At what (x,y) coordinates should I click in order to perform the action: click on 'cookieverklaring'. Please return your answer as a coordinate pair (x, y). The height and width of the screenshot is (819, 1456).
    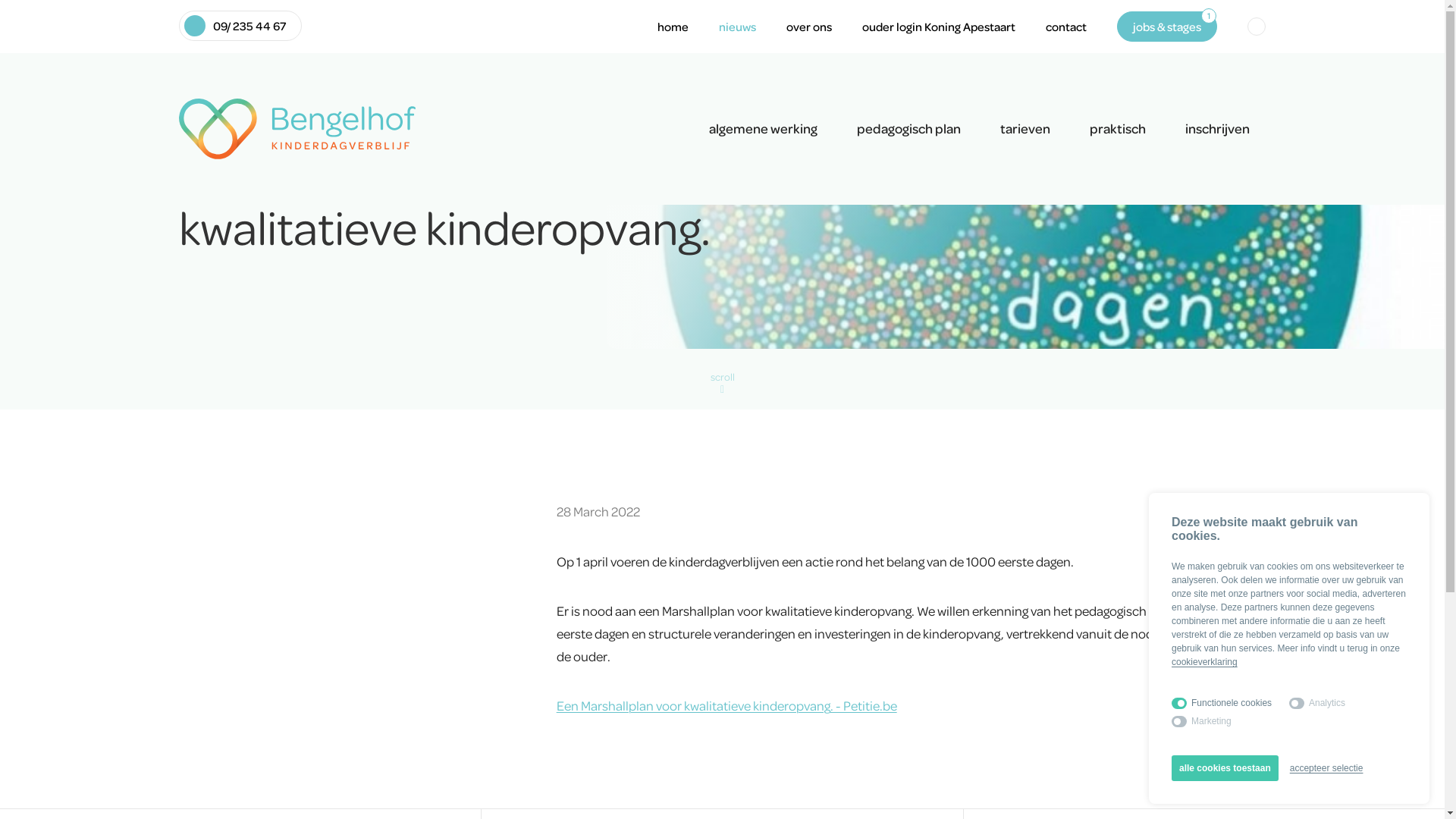
    Looking at the image, I should click on (1203, 661).